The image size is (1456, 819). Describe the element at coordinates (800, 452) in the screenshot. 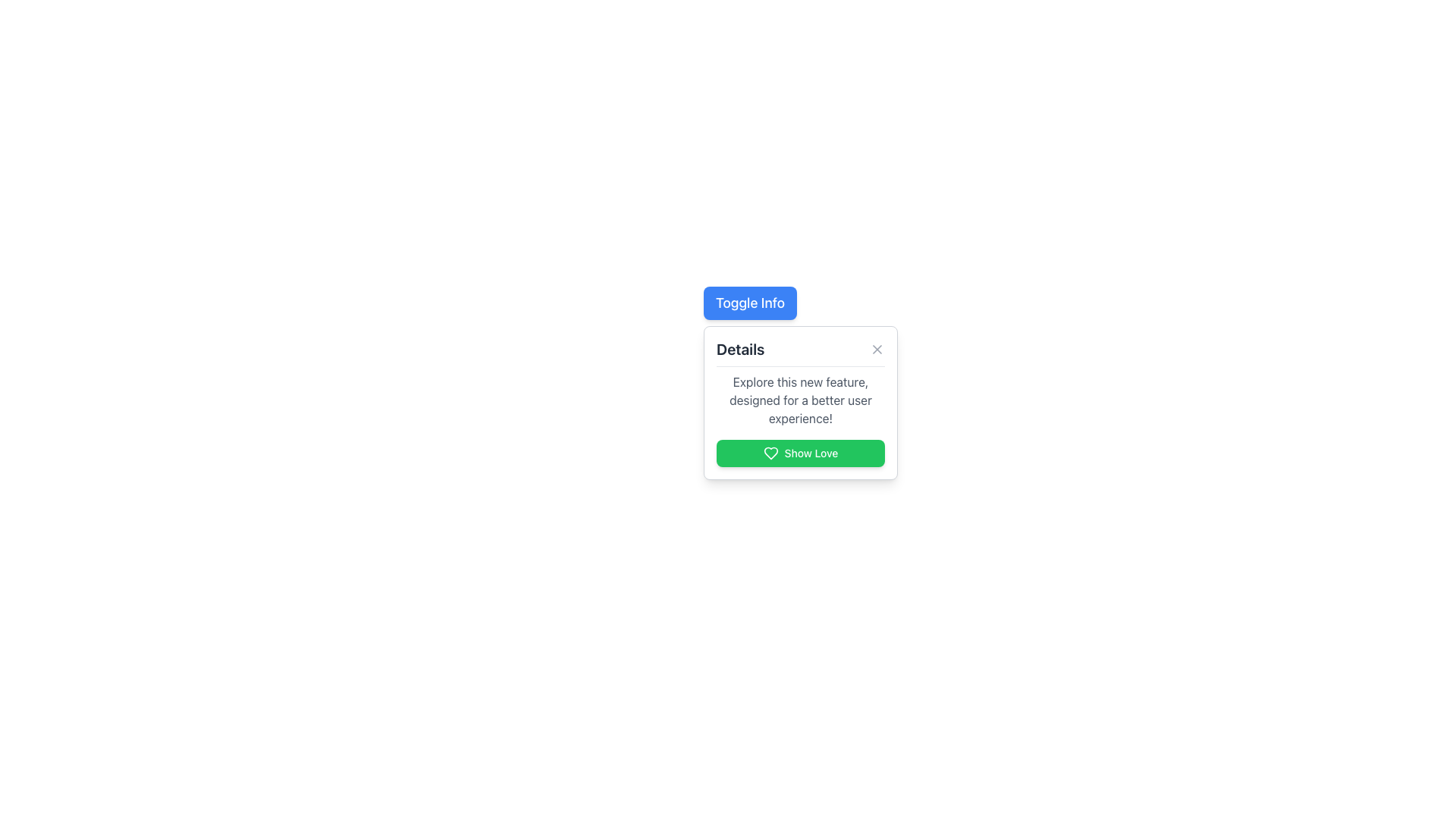

I see `the green button labeled 'Show Love' with a heart icon, located below the text 'Explore this new feature, designed for a better user experience!'` at that location.